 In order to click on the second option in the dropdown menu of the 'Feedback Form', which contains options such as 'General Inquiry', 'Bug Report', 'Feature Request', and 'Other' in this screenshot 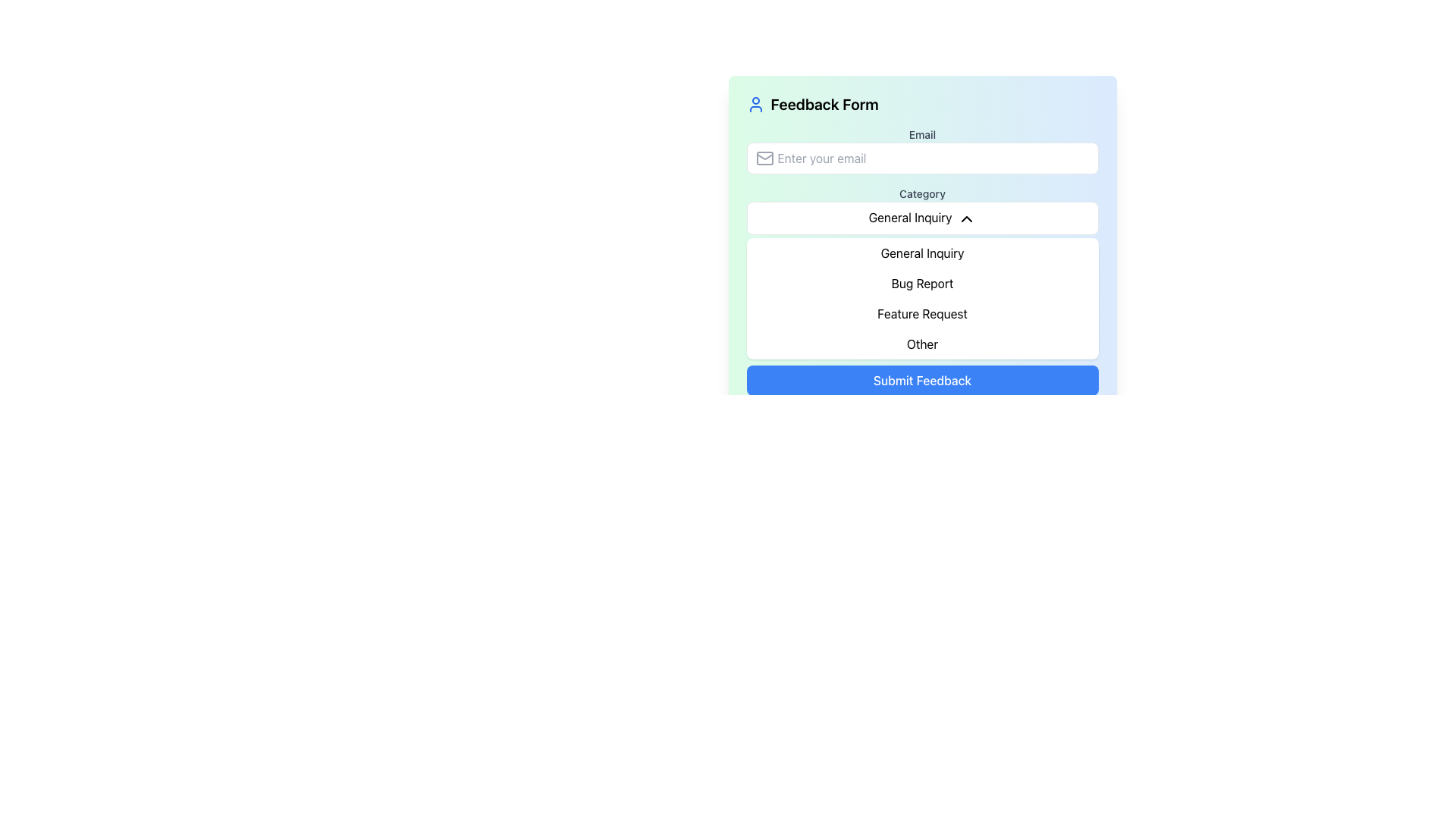, I will do `click(921, 298)`.